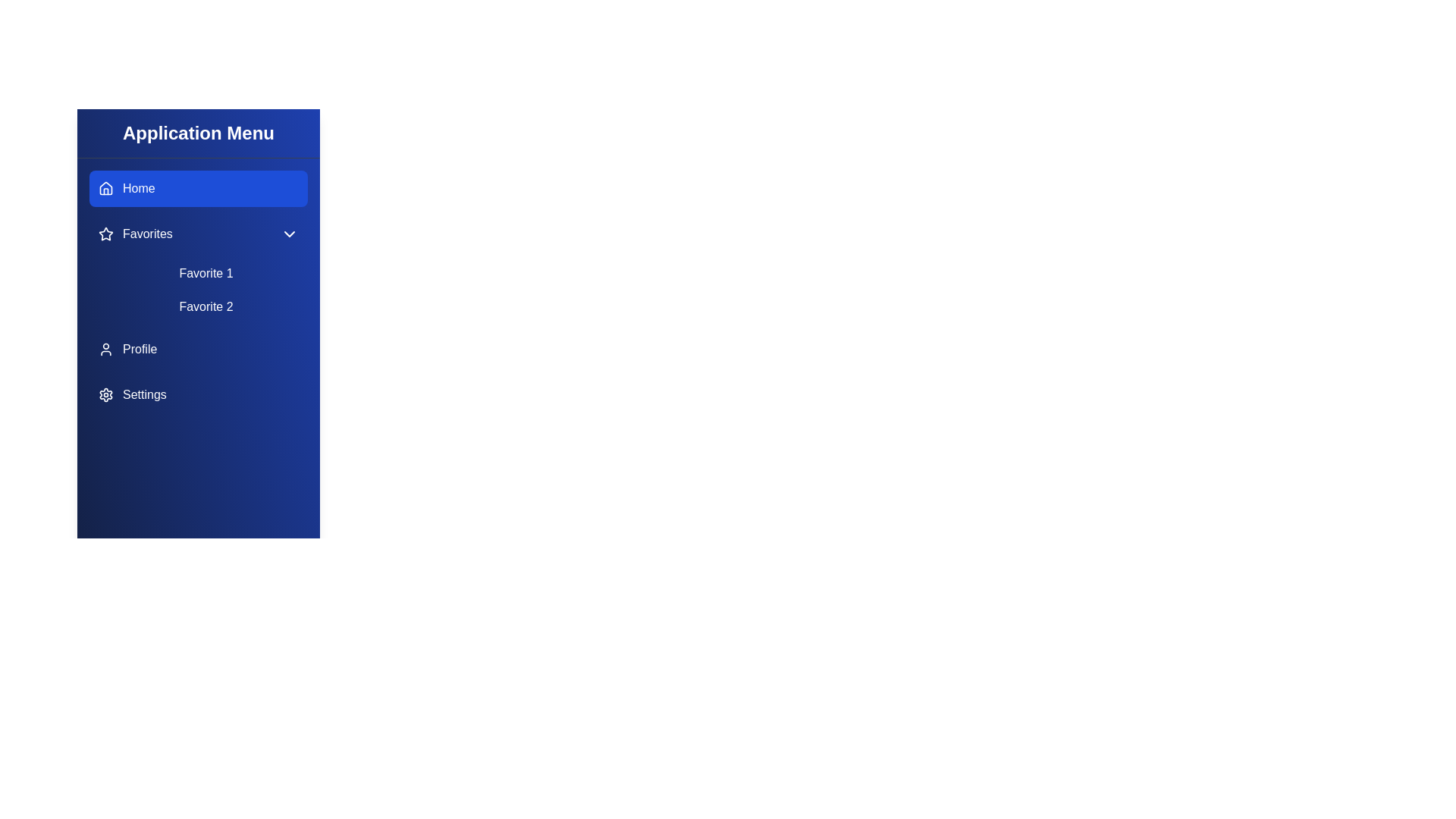 This screenshot has height=819, width=1456. What do you see at coordinates (135, 234) in the screenshot?
I see `the 'Favorites' navigation link located below the 'Home' menu option in the sidebar` at bounding box center [135, 234].